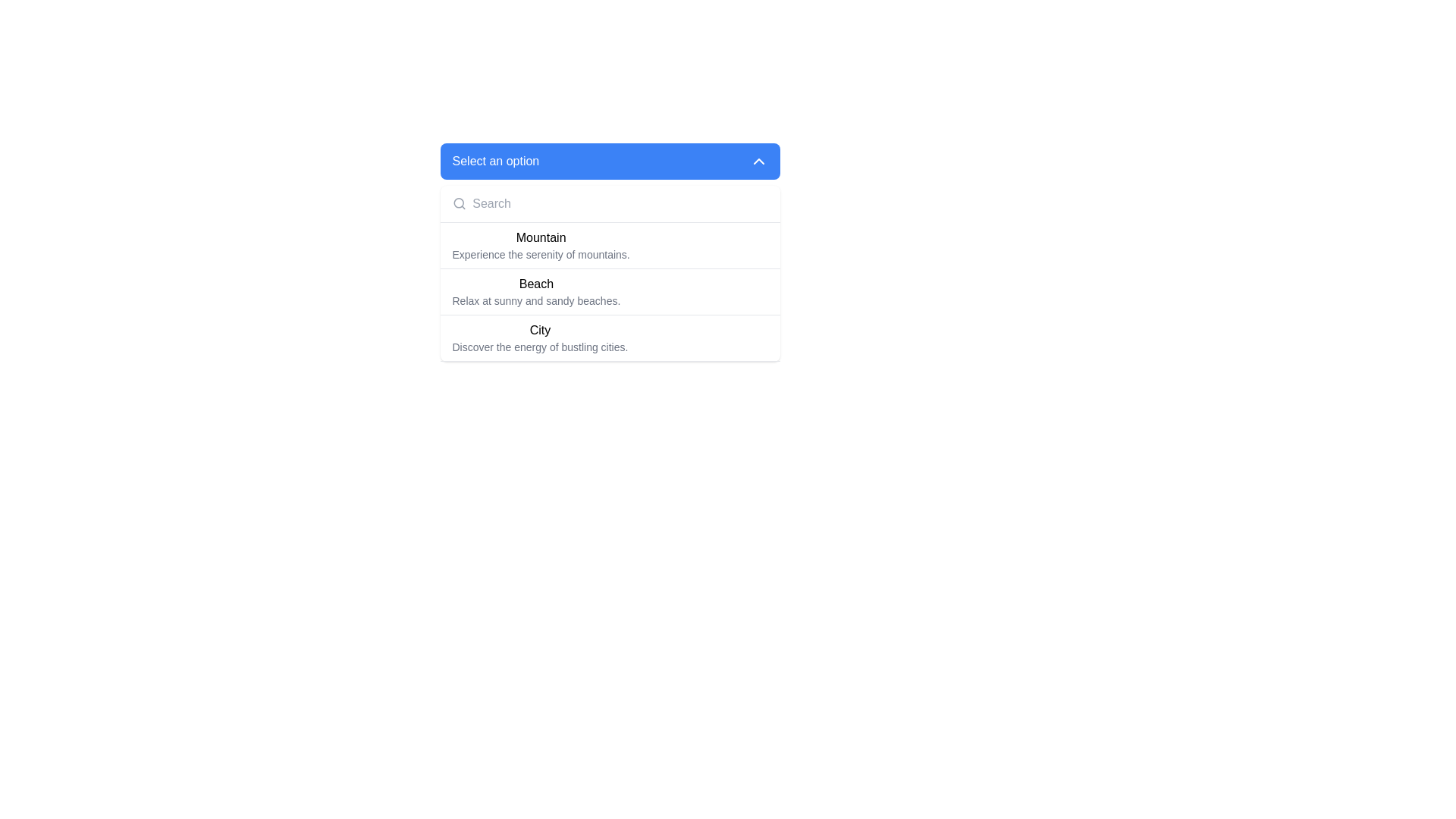 Image resolution: width=1456 pixels, height=819 pixels. I want to click on the static text label that provides additional information about the 'City' option, which is located directly beneath the heading 'City', so click(540, 347).